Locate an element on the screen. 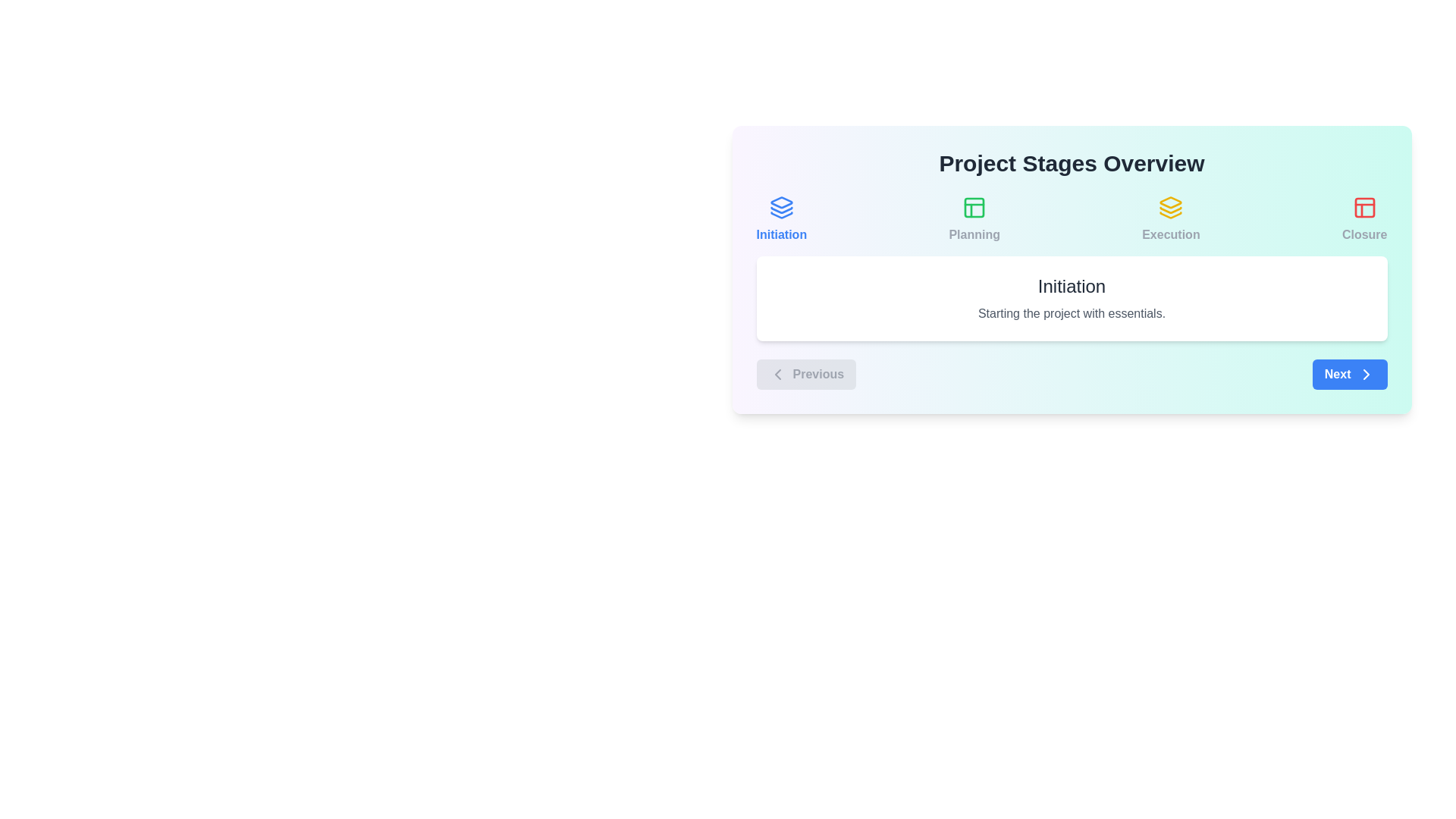  the red grid-like icon located at the far right of the icon row in the 'Project Stages Overview' panel, above the 'Closure' label is located at coordinates (1364, 207).